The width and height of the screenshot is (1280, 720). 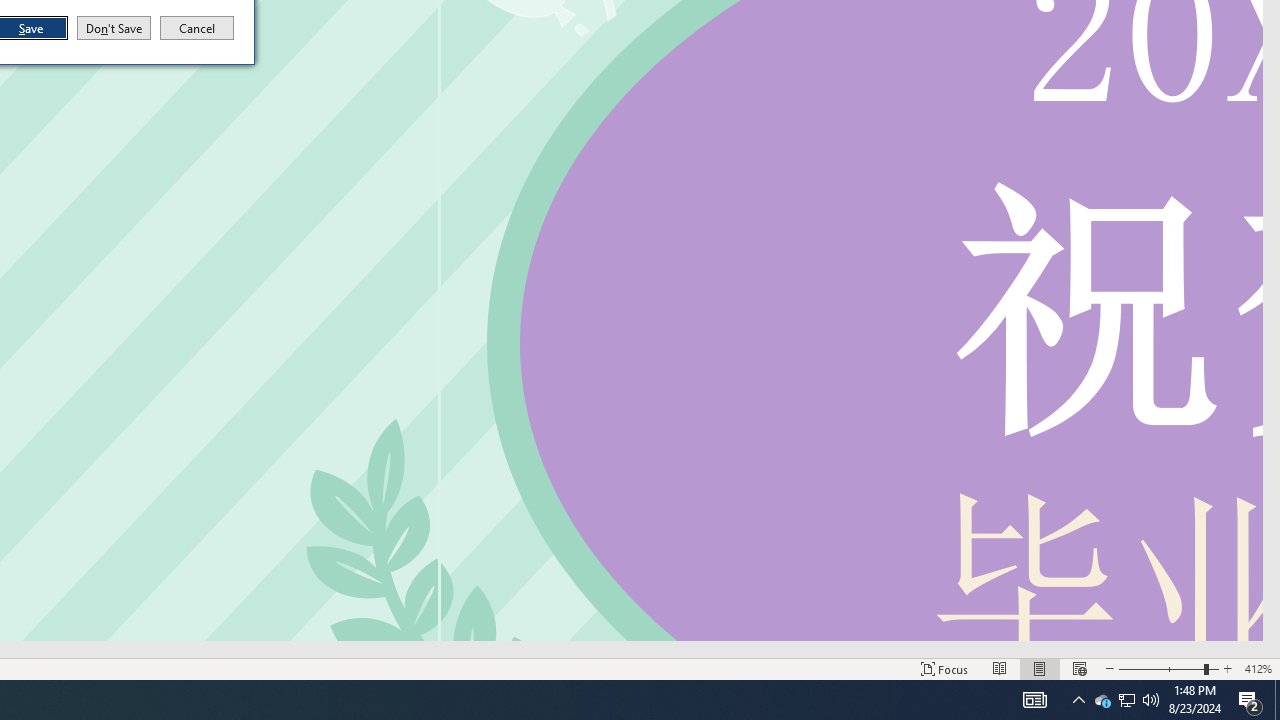 I want to click on 'AutomationID: 4105', so click(x=1034, y=698).